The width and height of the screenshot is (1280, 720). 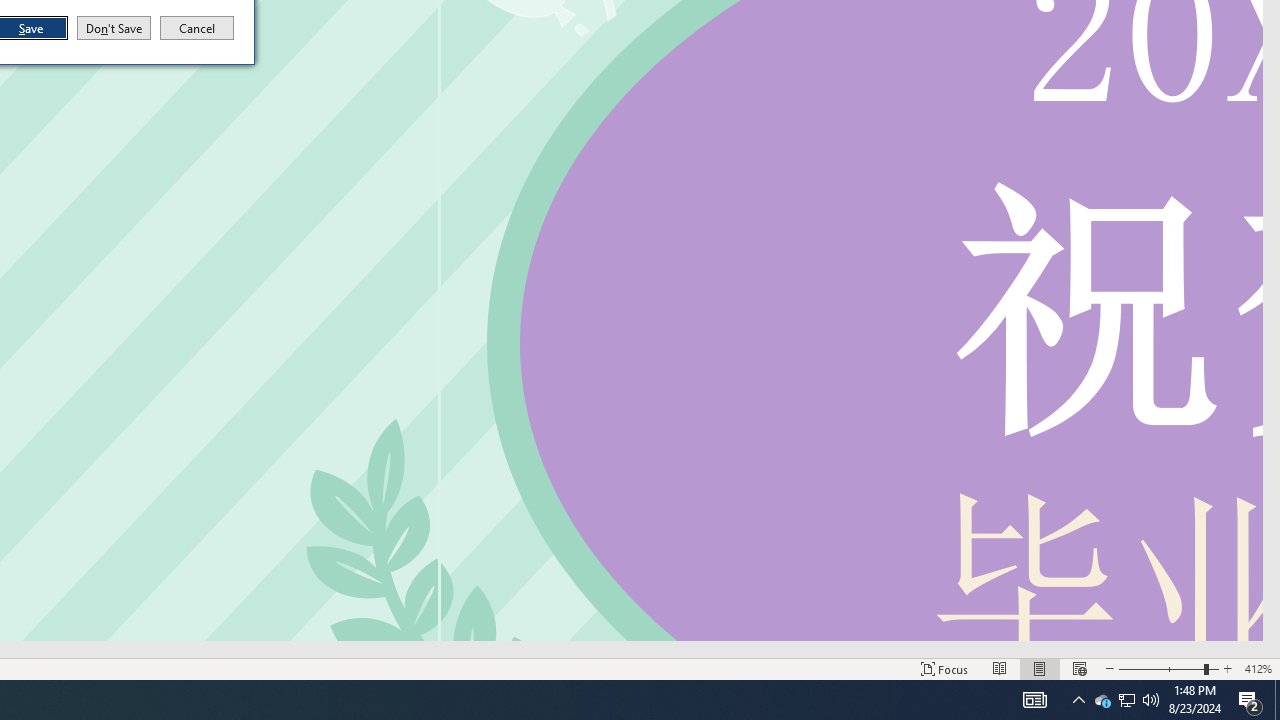 I want to click on 'AutomationID: 4105', so click(x=1034, y=698).